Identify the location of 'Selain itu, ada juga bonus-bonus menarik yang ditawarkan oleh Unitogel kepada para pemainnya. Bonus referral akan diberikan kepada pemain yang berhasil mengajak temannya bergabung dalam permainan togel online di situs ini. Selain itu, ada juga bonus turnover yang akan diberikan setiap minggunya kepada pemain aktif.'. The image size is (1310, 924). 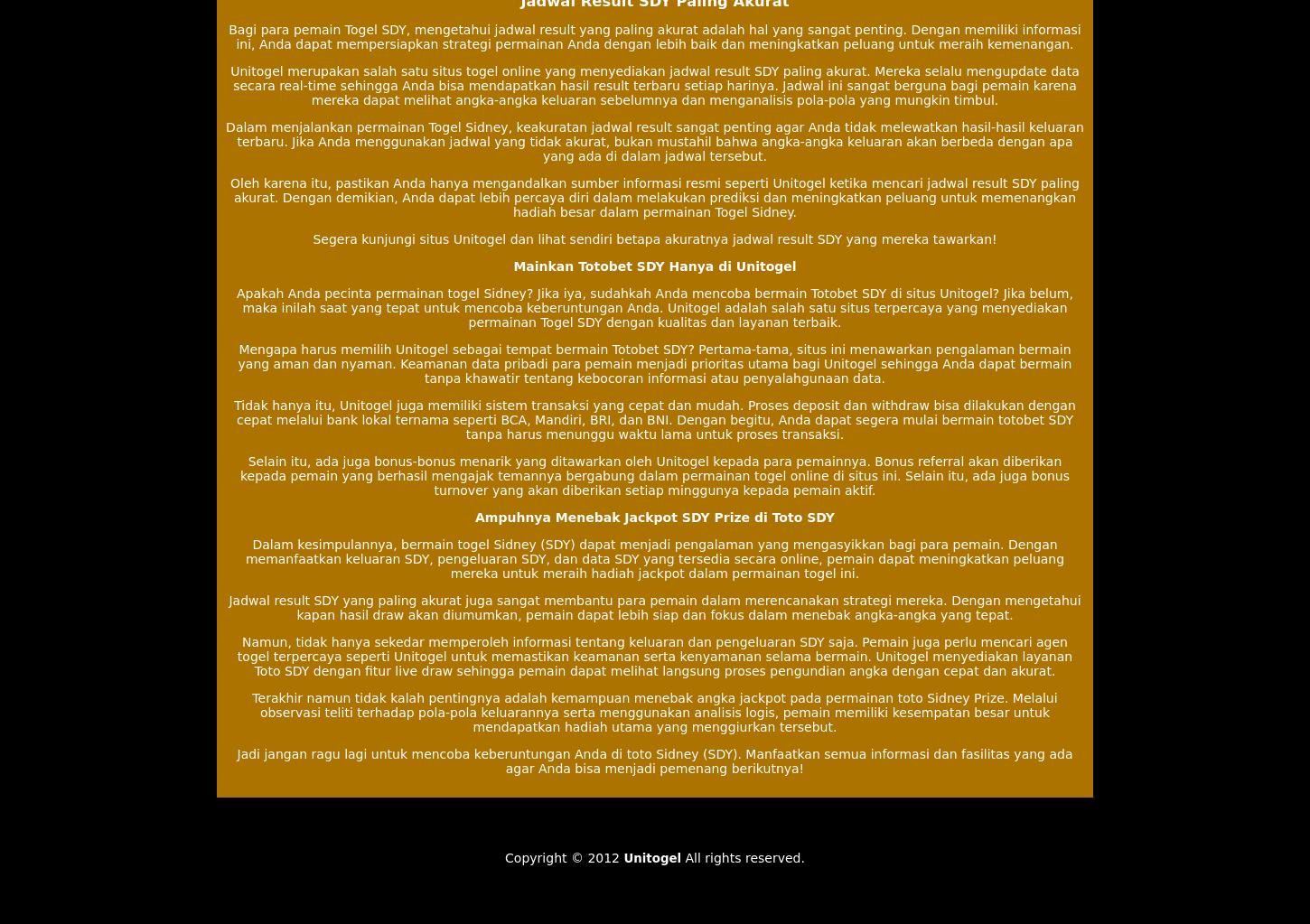
(653, 474).